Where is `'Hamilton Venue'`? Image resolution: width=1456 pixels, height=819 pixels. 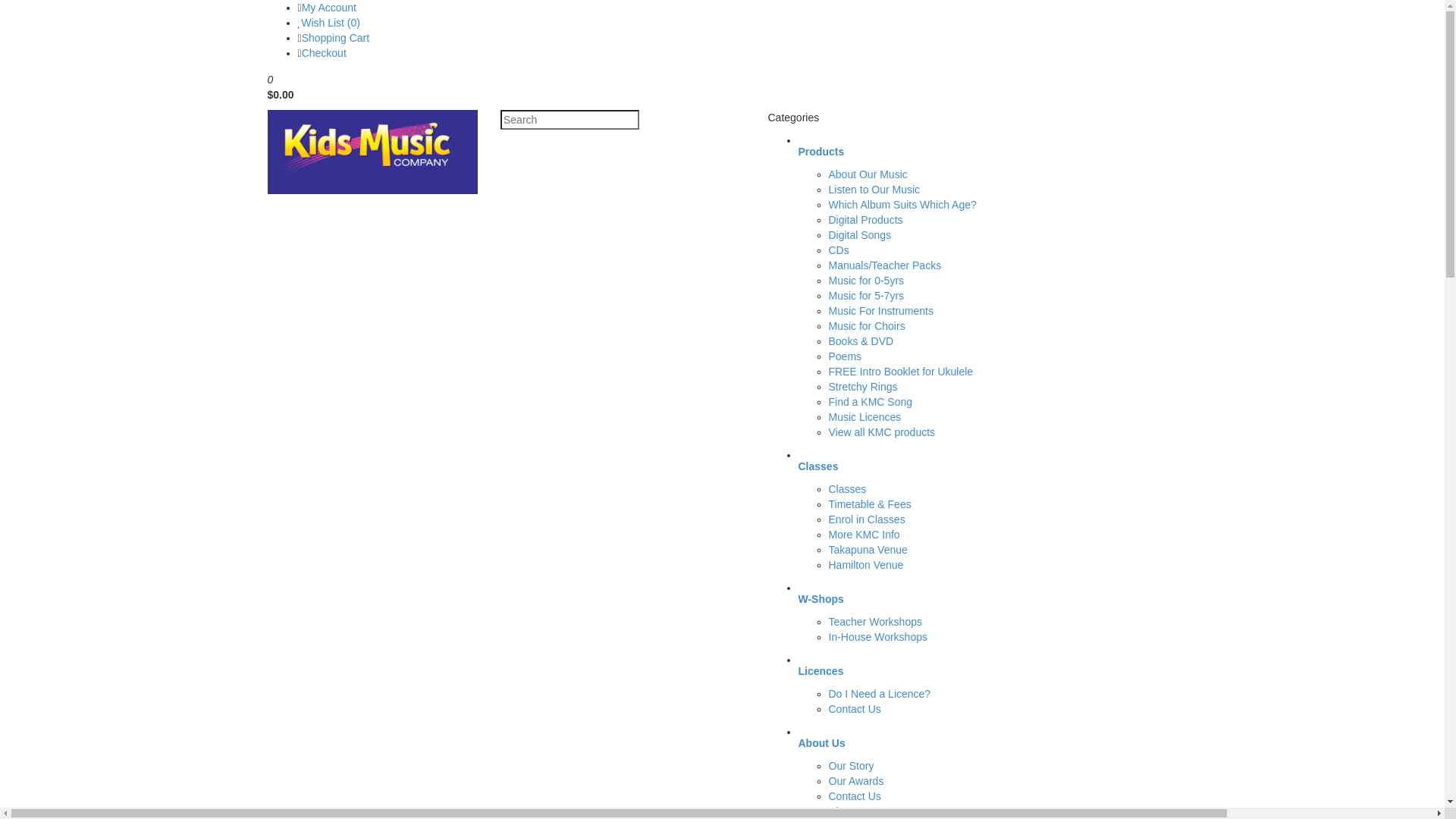
'Hamilton Venue' is located at coordinates (865, 564).